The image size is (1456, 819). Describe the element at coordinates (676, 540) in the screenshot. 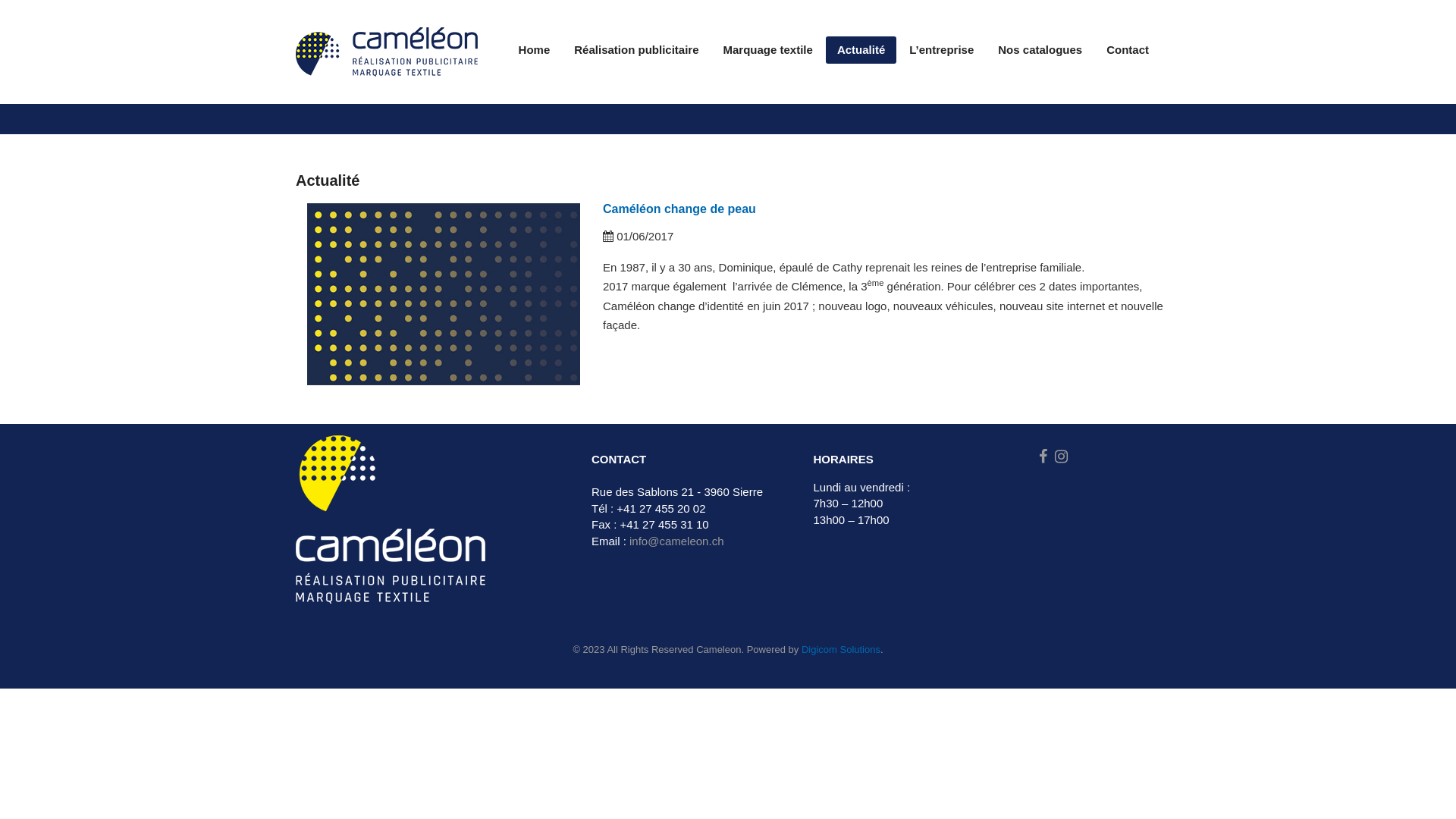

I see `'info@cameleon.ch'` at that location.